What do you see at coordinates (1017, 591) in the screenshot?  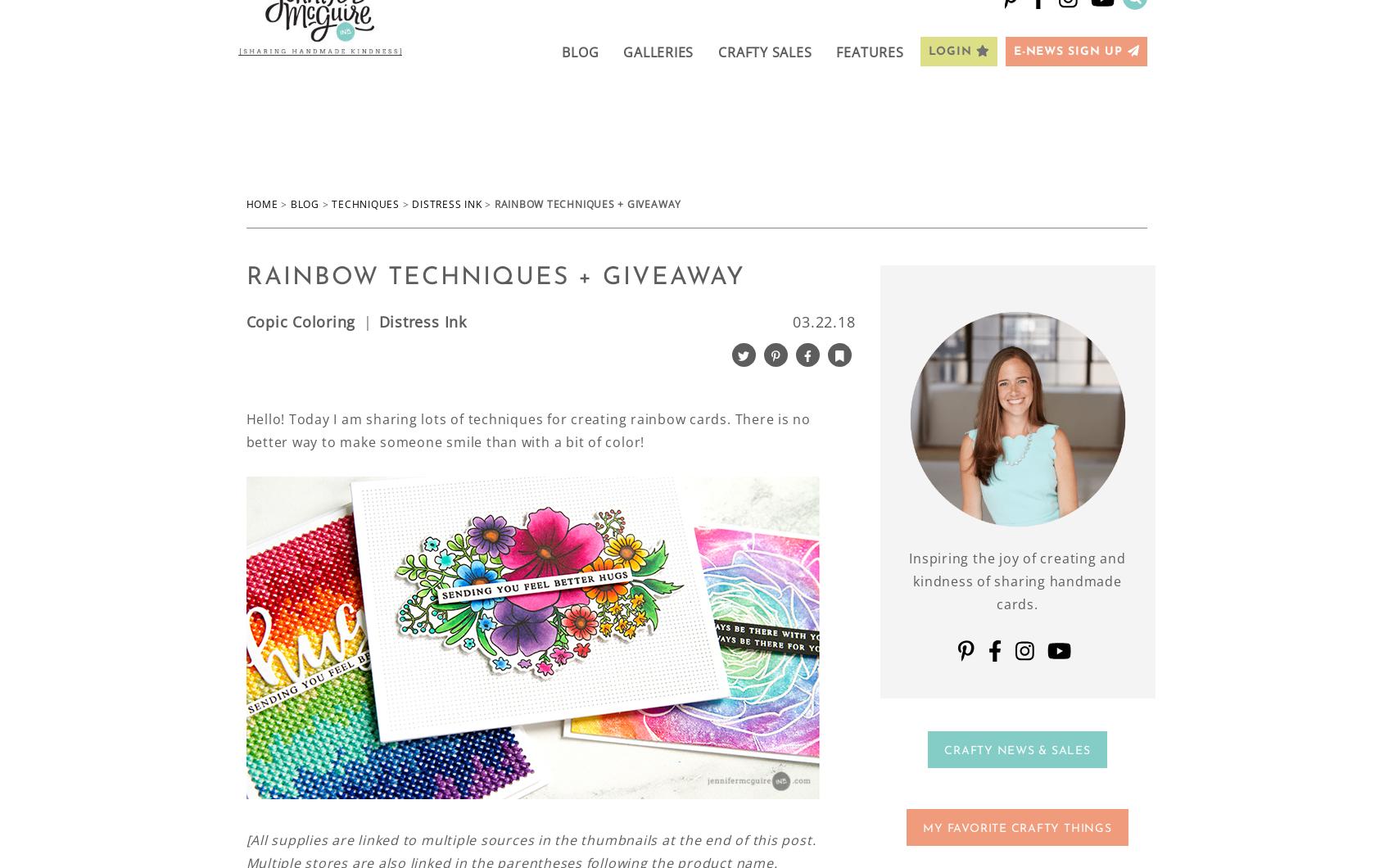 I see `'kindness of sharing handmade cards.'` at bounding box center [1017, 591].